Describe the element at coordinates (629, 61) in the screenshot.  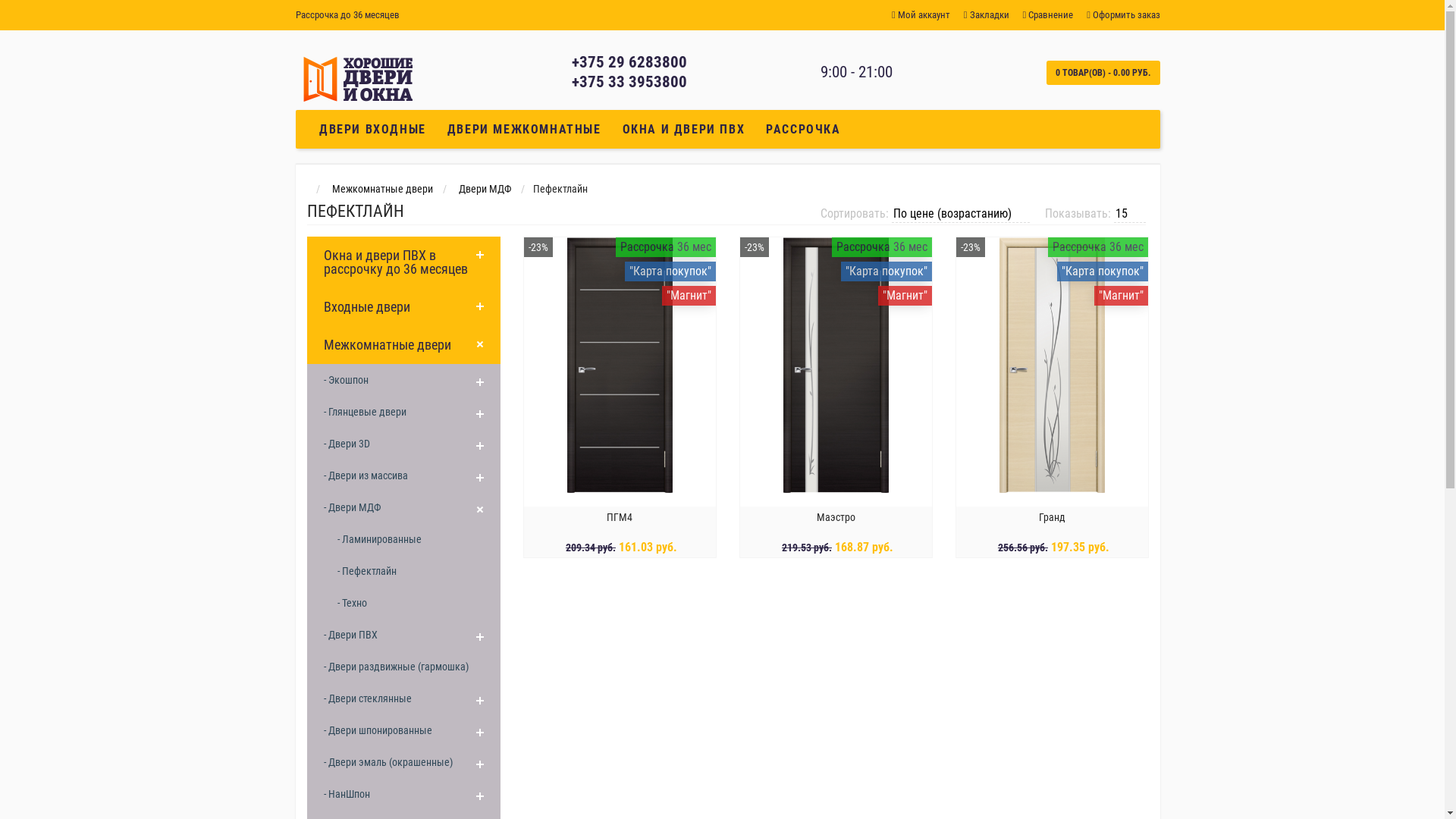
I see `'+375 29 6283800'` at that location.